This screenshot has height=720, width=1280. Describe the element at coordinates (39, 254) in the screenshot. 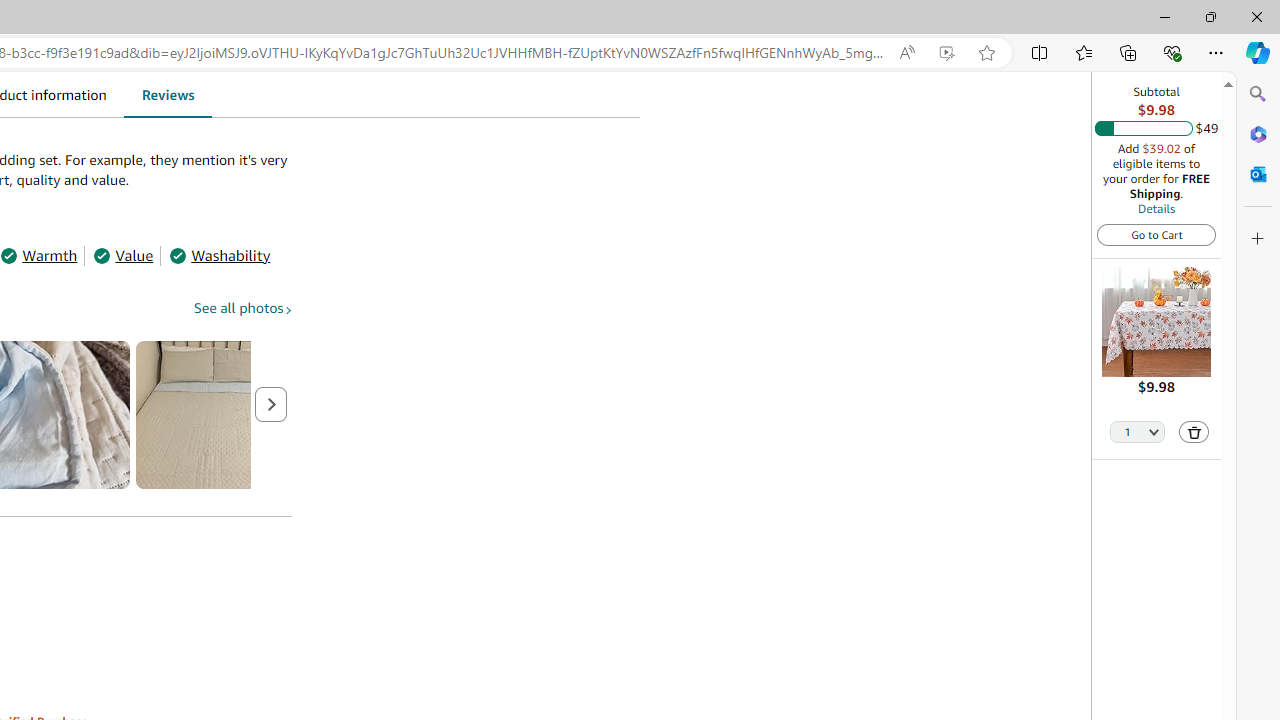

I see `'Warmth'` at that location.